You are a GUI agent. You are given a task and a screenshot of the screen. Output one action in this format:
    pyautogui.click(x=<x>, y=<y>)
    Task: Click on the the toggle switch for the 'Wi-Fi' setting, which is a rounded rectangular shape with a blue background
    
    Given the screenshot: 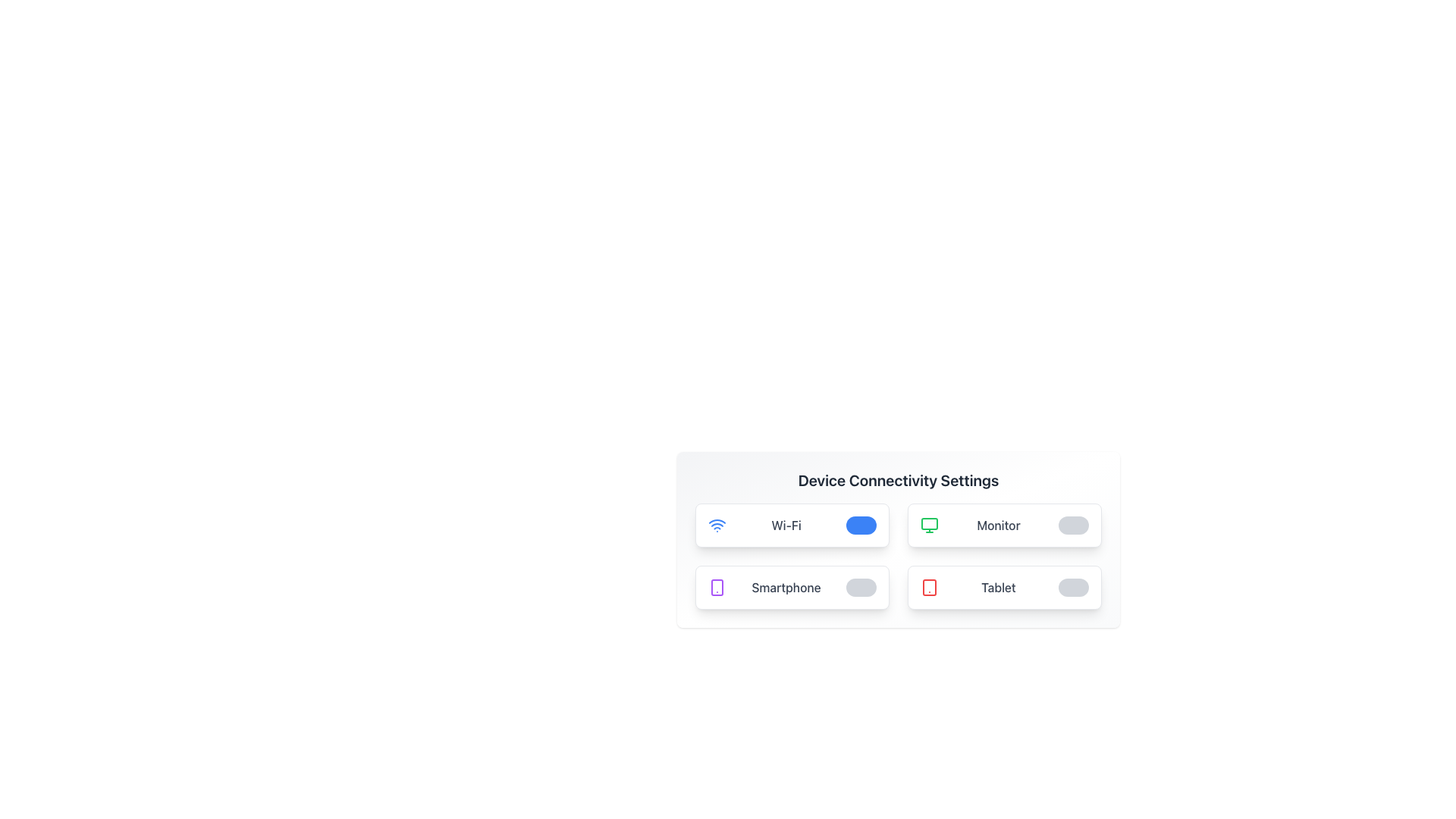 What is the action you would take?
    pyautogui.click(x=861, y=525)
    